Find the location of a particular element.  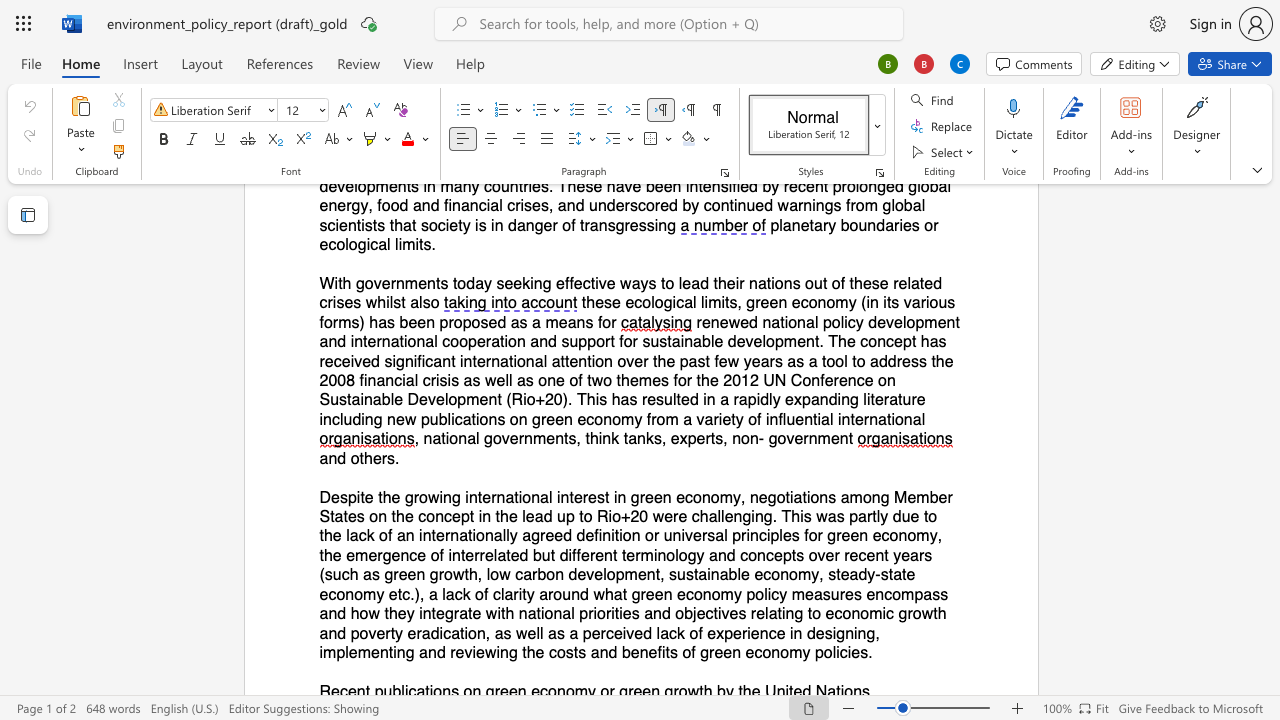

the 3th character "s" in the text is located at coordinates (719, 438).